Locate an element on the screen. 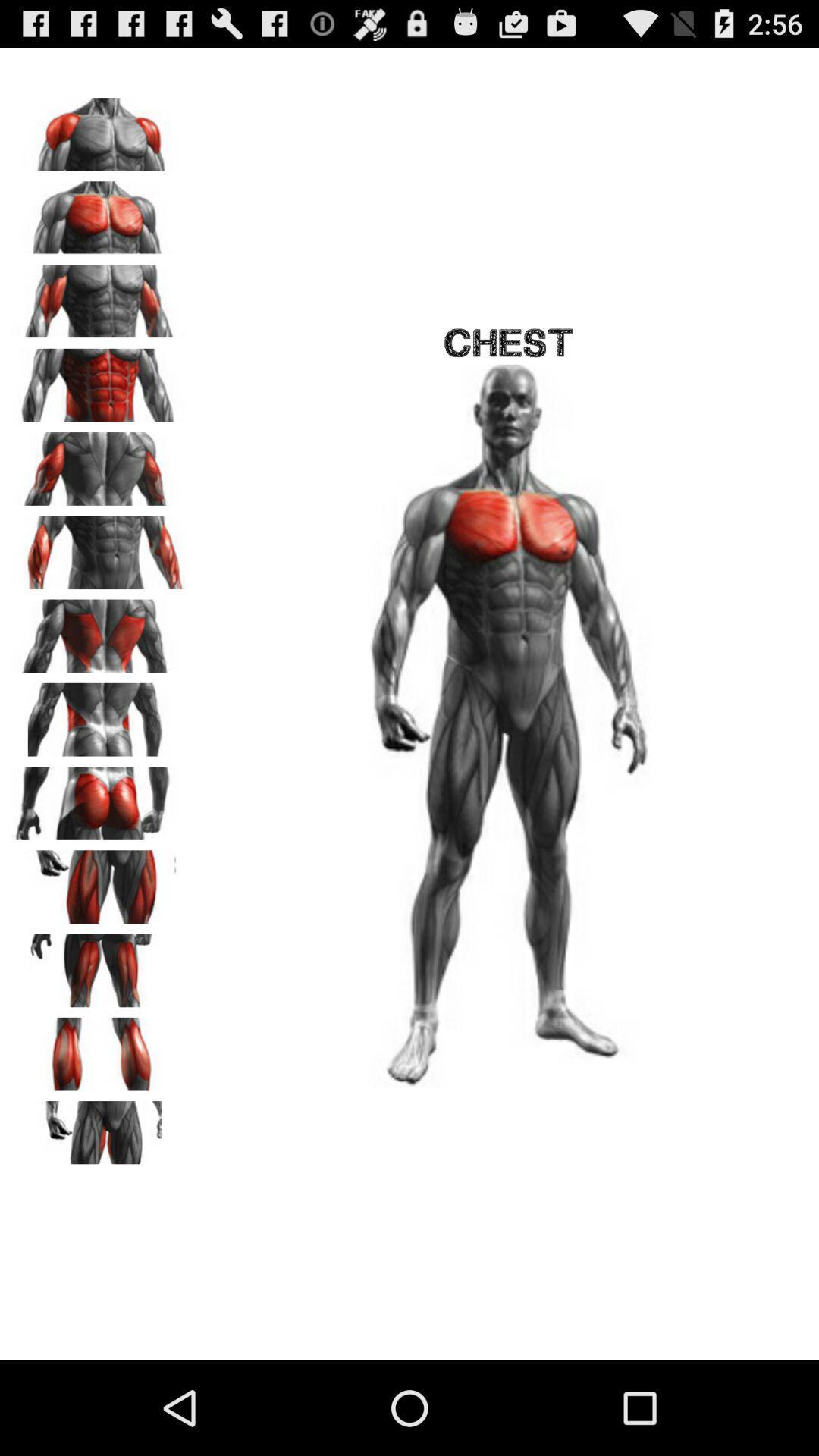  the font icon is located at coordinates (99, 1032).